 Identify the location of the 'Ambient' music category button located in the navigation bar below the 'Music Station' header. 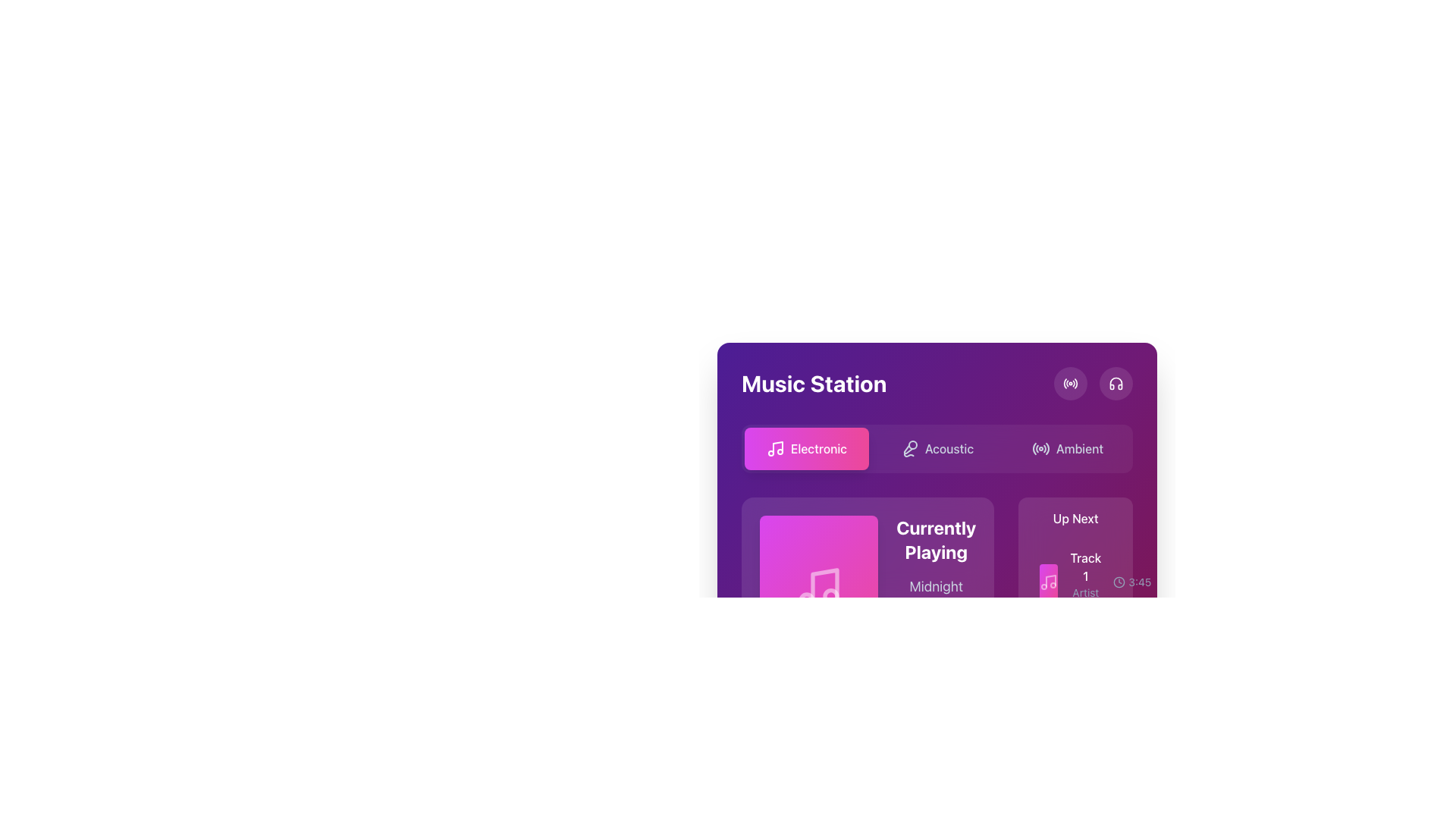
(1066, 447).